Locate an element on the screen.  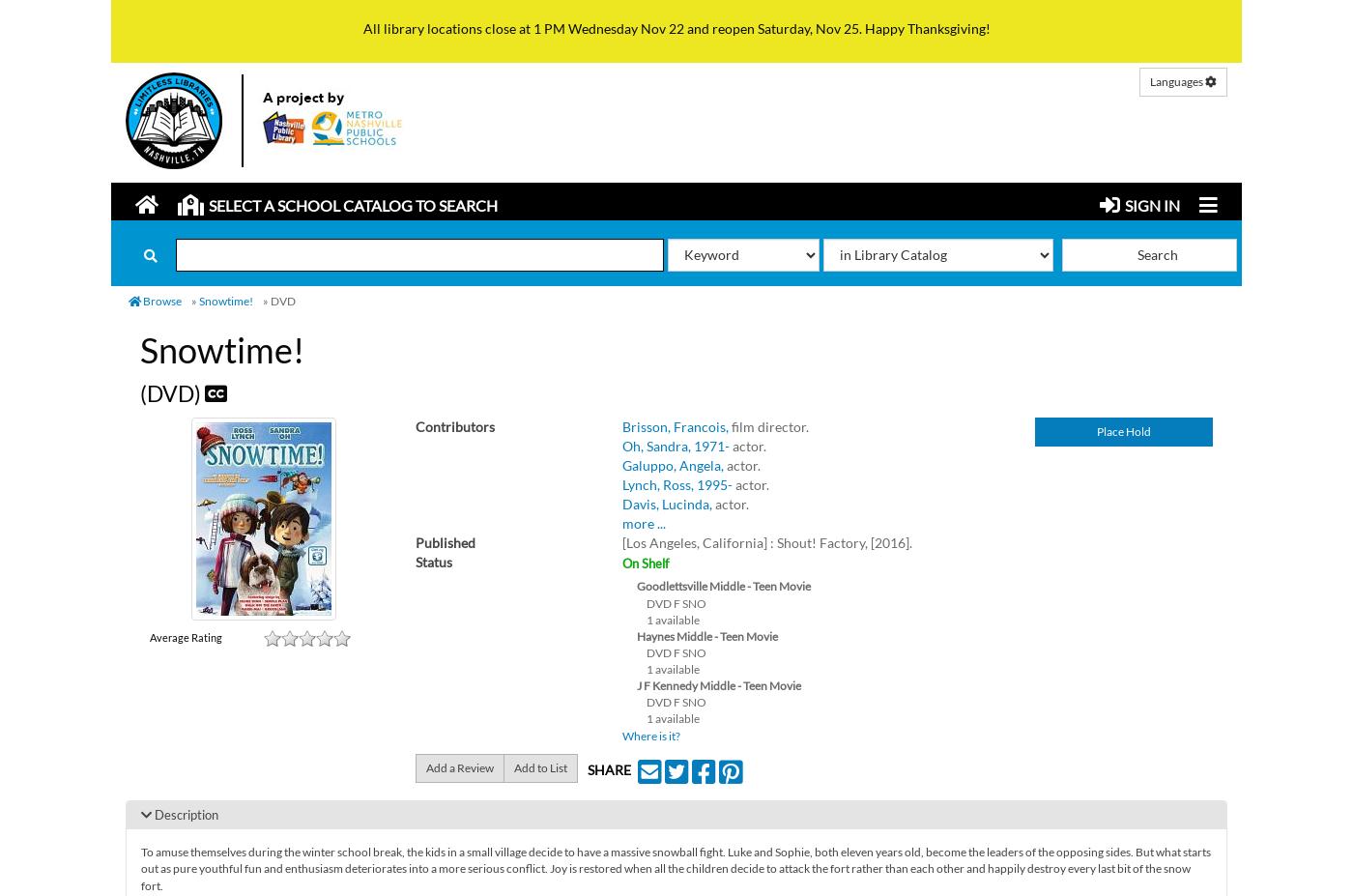
'Limitless Libraries' is located at coordinates (1001, 305).